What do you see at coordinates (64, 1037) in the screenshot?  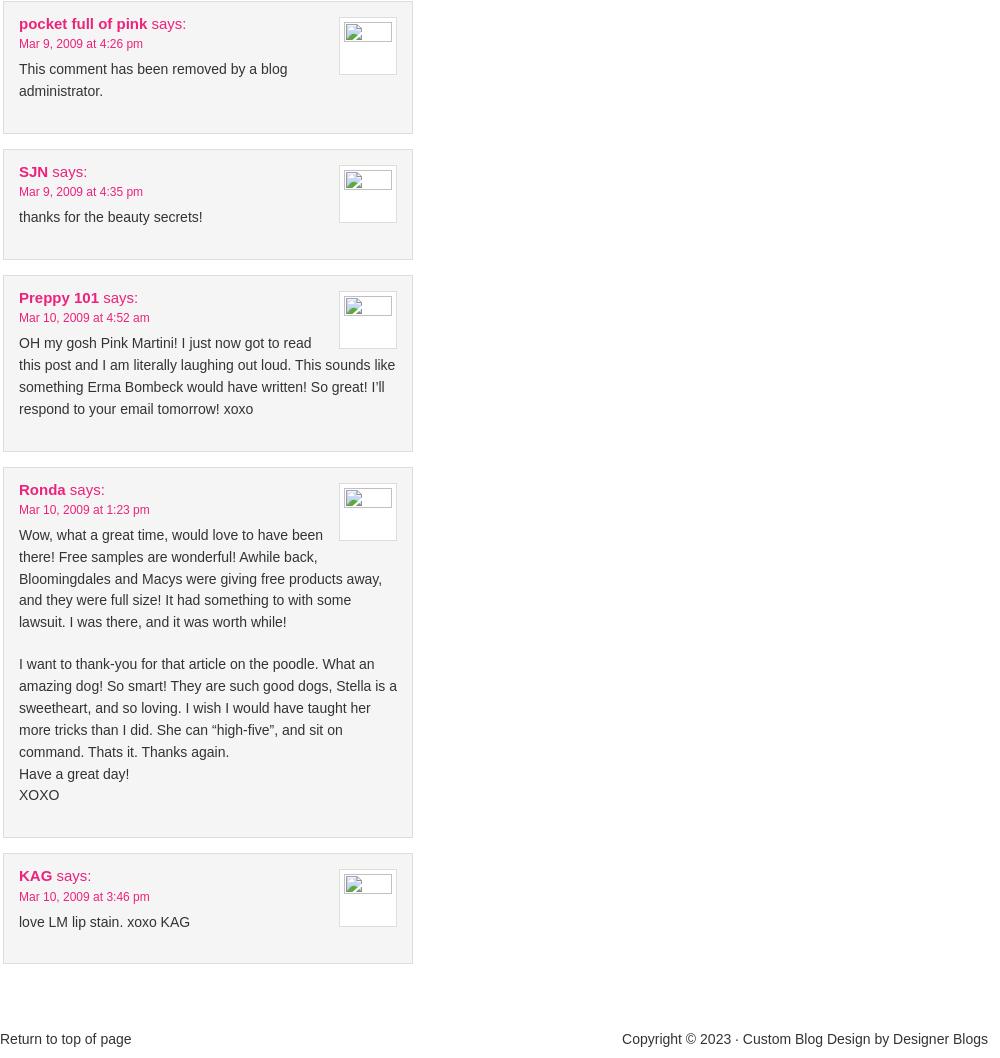 I see `'Return to top of page'` at bounding box center [64, 1037].